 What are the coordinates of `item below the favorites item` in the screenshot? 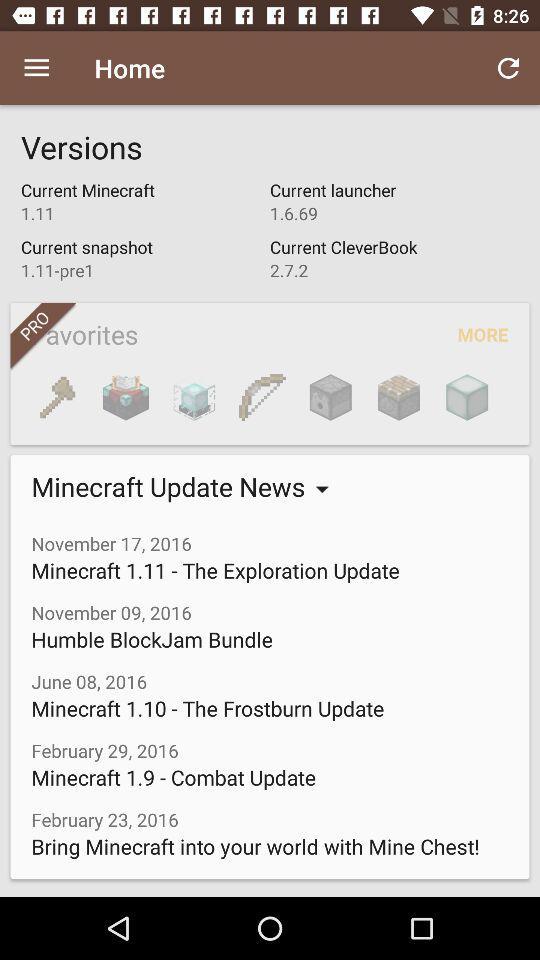 It's located at (330, 396).